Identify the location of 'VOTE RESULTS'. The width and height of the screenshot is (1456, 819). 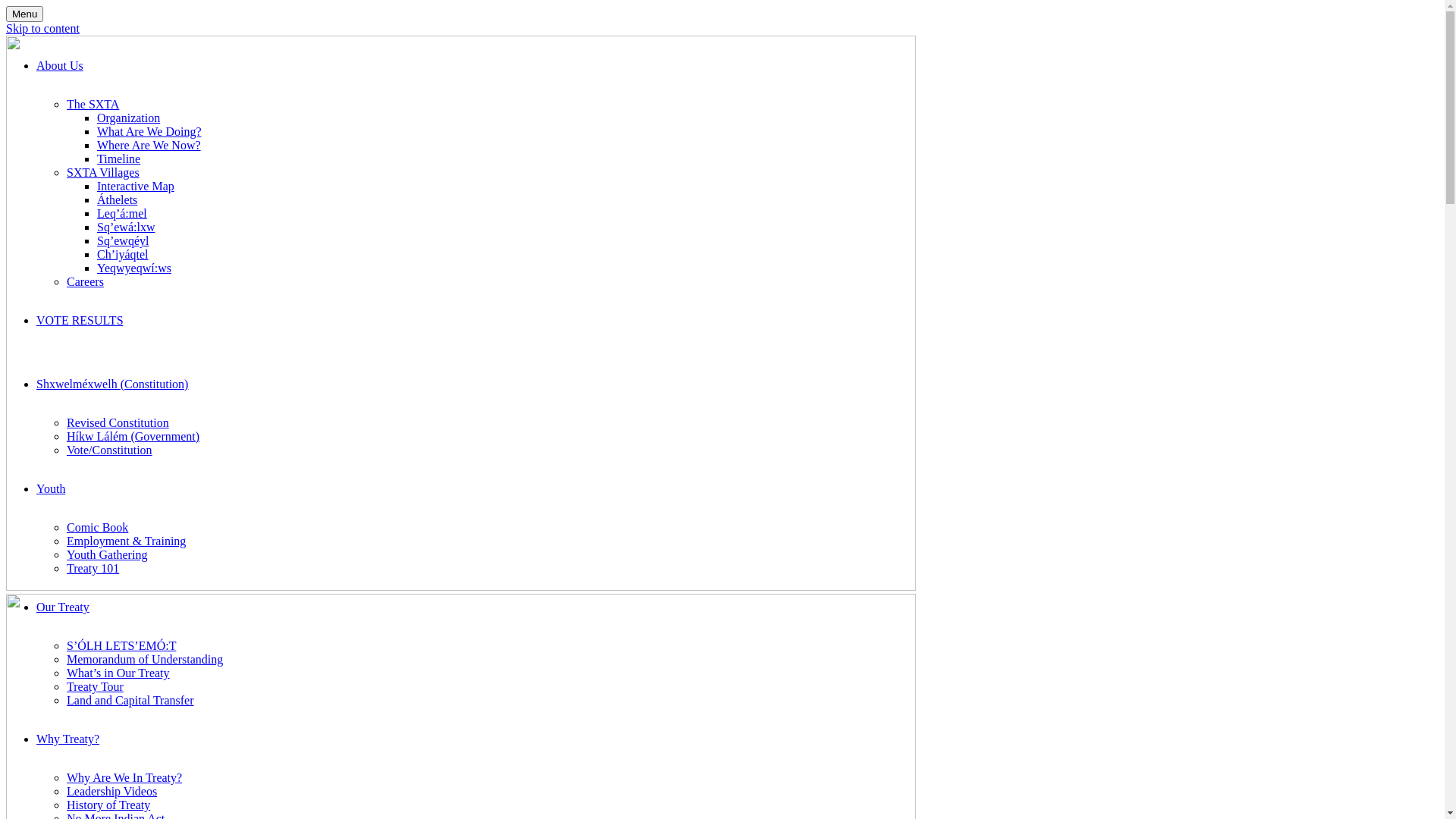
(79, 319).